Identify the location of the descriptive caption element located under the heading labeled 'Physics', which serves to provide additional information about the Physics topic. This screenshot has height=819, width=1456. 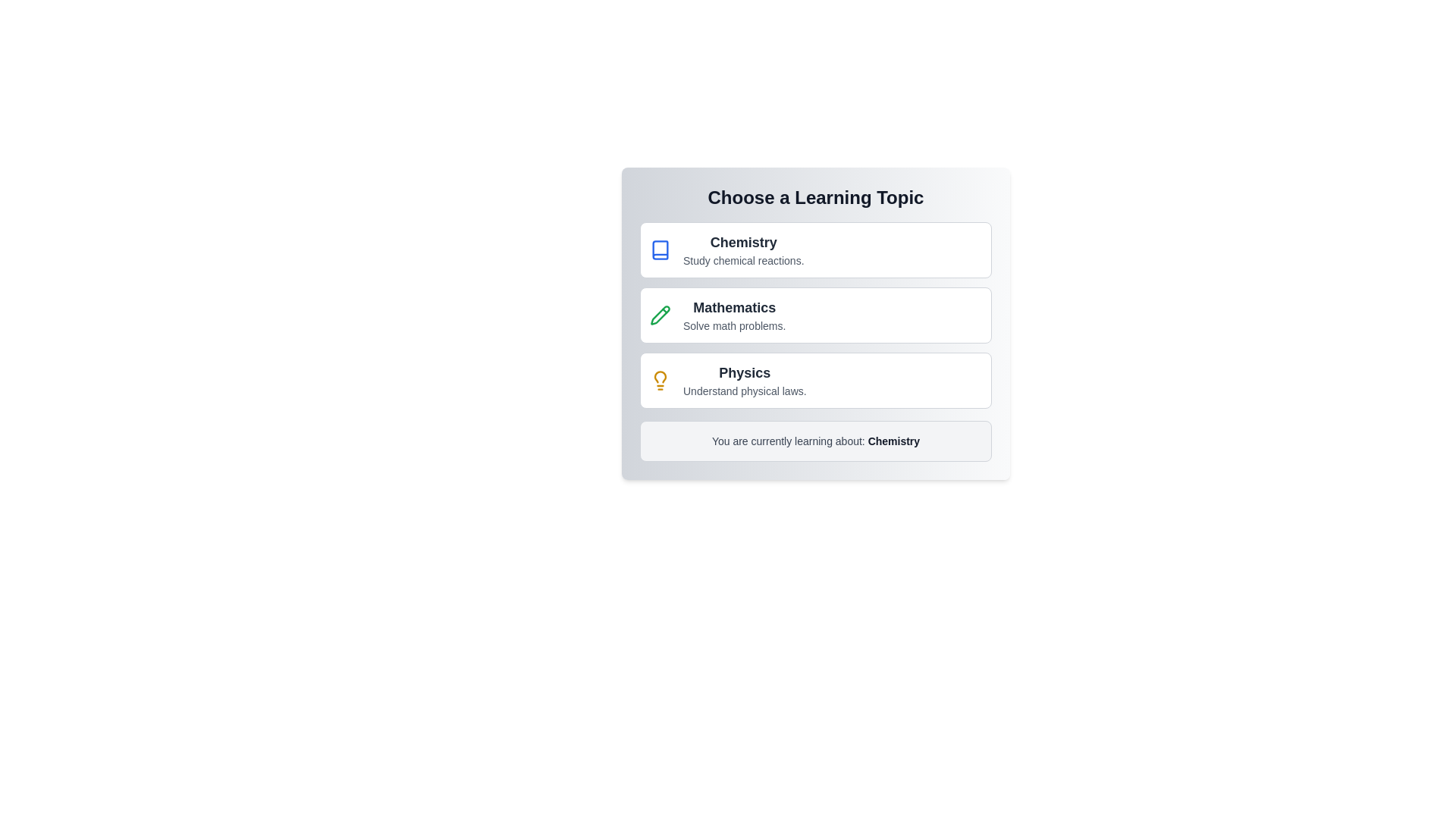
(745, 391).